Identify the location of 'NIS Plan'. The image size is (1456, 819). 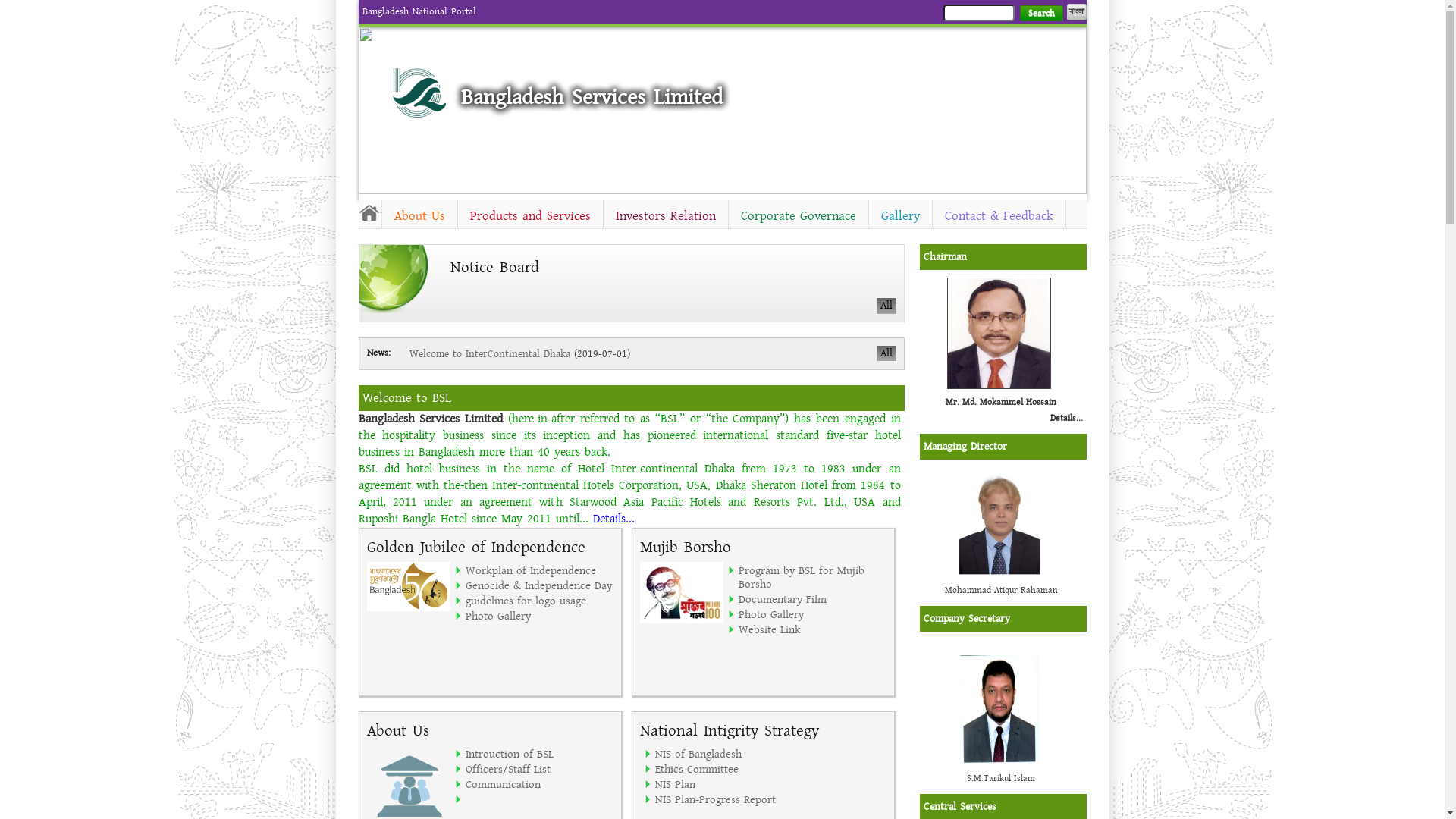
(729, 783).